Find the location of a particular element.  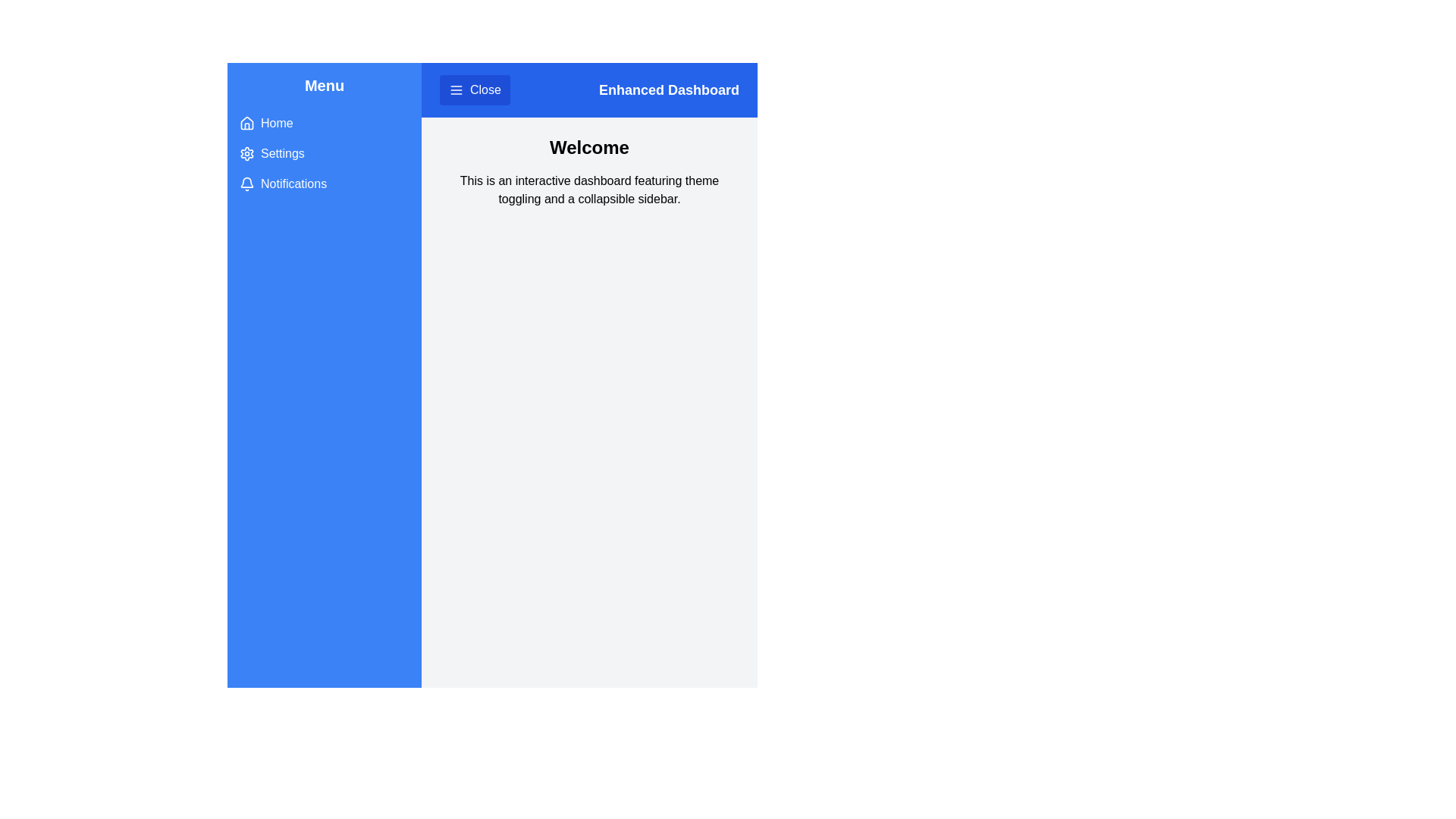

the notifications icon located in the left navigation menu next to the 'Notifications' text label, which is directly under the 'Home' and 'Settings' items is located at coordinates (247, 181).